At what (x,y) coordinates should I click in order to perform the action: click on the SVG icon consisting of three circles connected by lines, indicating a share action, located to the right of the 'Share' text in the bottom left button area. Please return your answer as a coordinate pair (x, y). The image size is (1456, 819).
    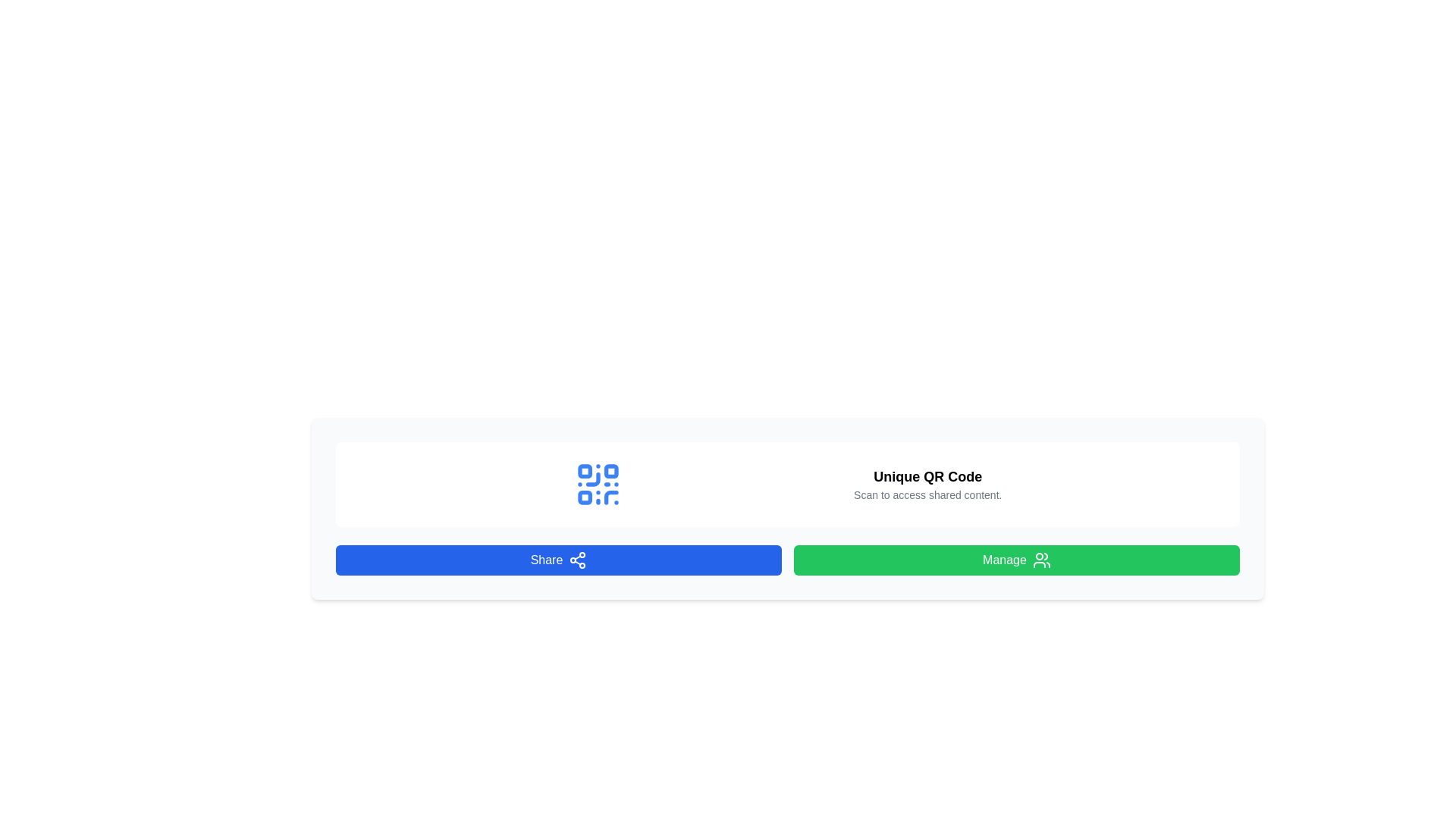
    Looking at the image, I should click on (577, 560).